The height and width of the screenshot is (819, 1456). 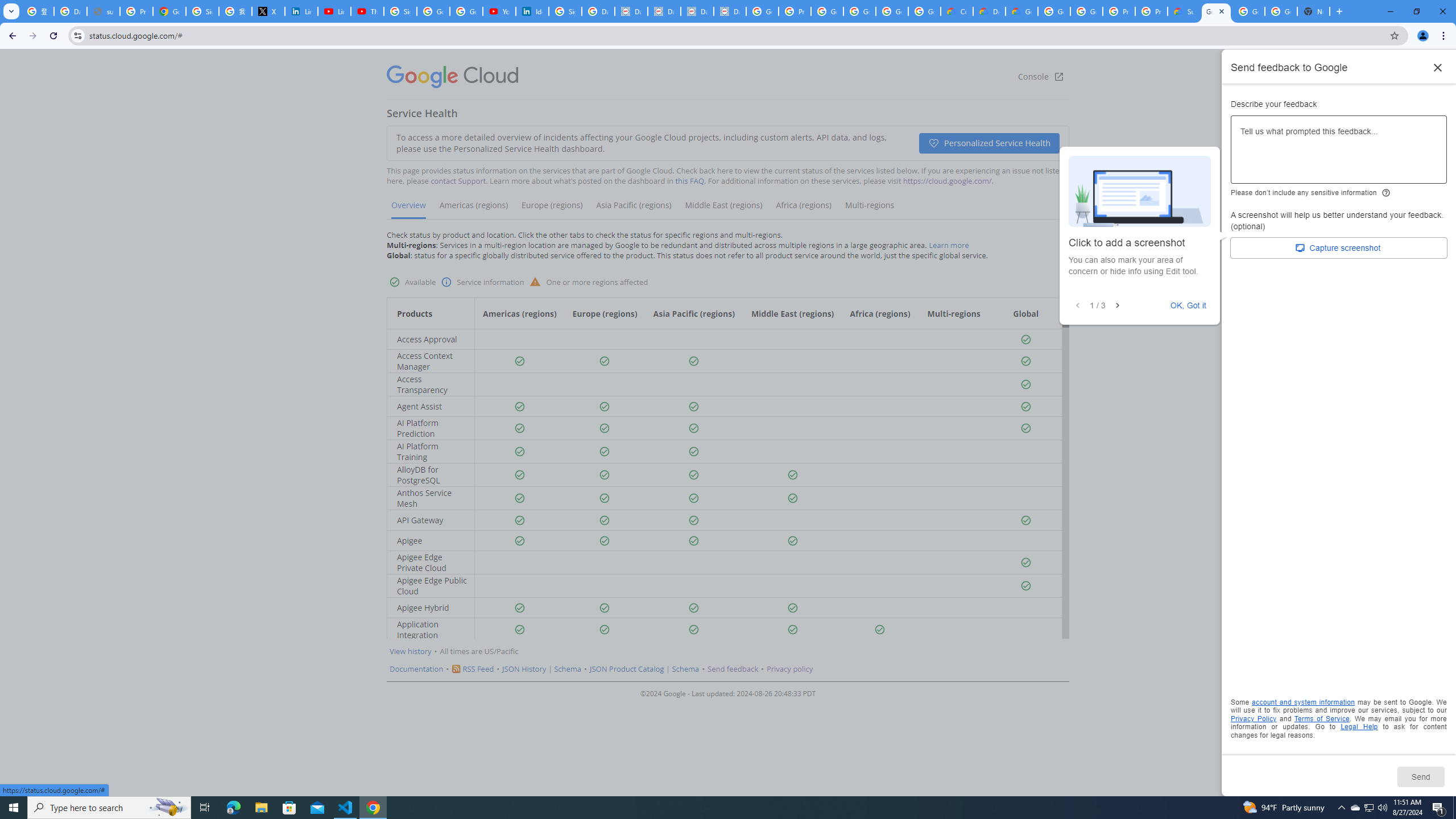 I want to click on 'Next', so click(x=1117, y=305).